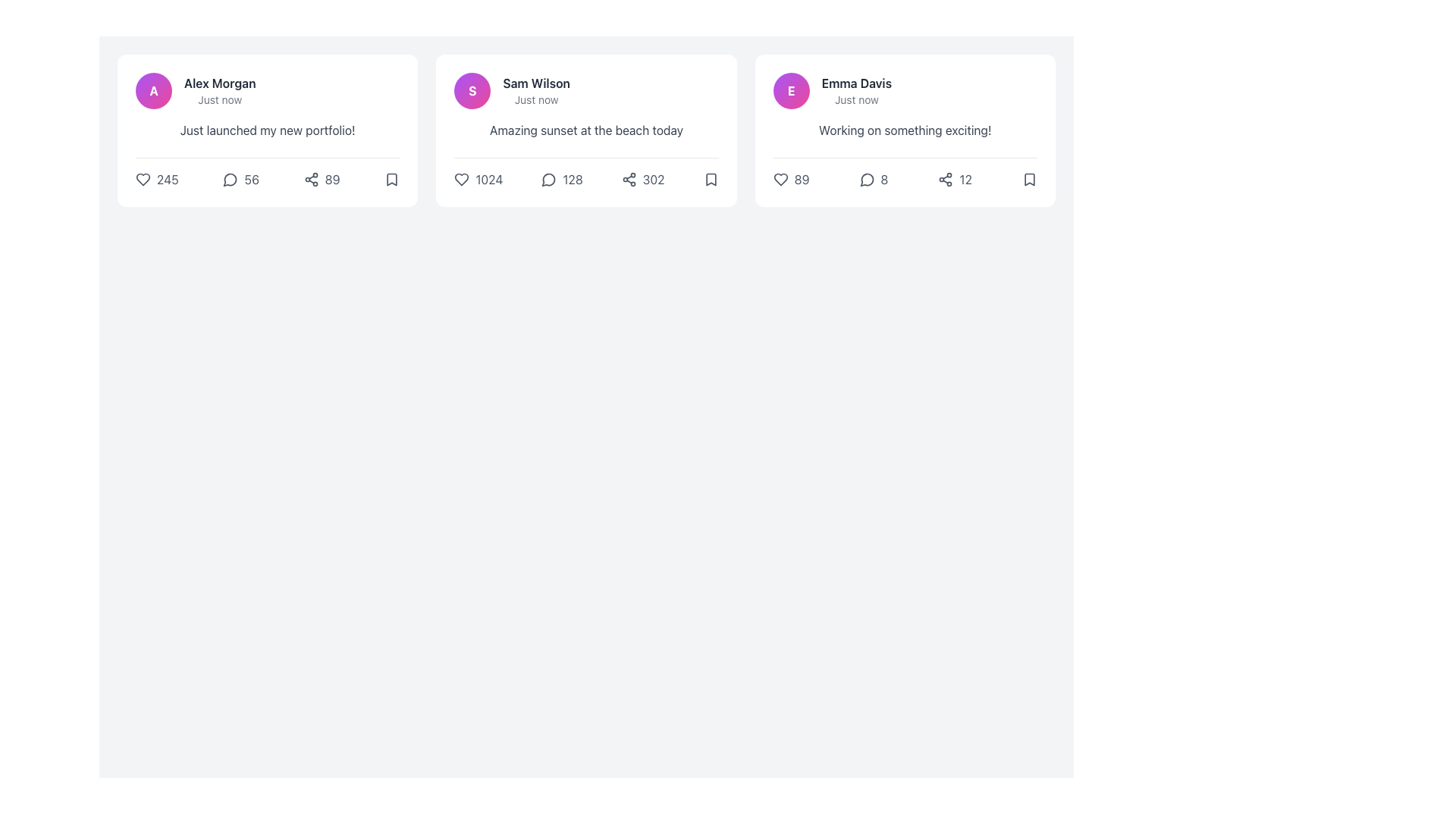 This screenshot has height=819, width=1456. I want to click on the share icon with a numeric label located in the lower-right area of Emma Davis's post card by moving the cursor to it, so click(954, 178).